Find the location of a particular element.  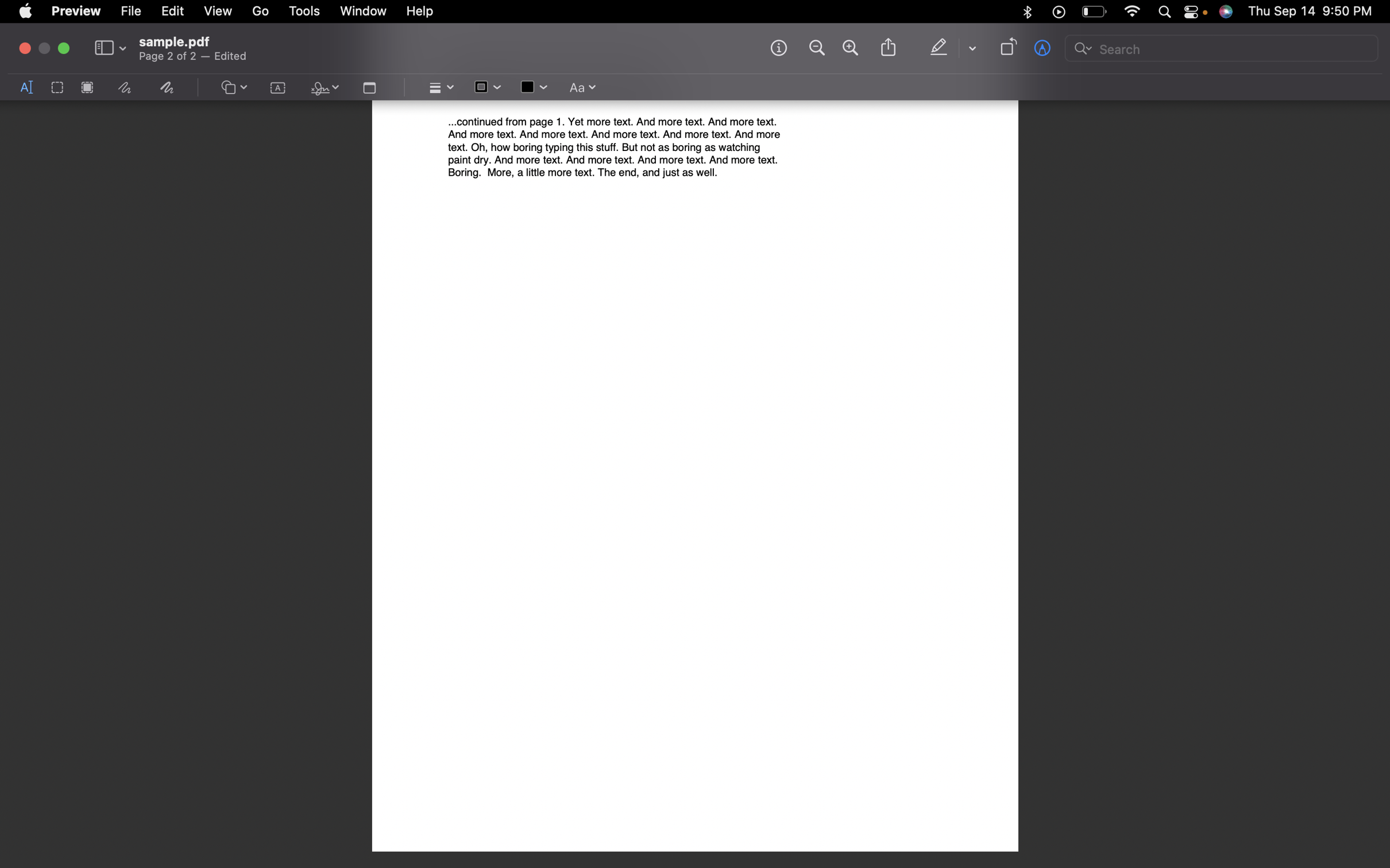

Add a signature to the document is located at coordinates (322, 88).